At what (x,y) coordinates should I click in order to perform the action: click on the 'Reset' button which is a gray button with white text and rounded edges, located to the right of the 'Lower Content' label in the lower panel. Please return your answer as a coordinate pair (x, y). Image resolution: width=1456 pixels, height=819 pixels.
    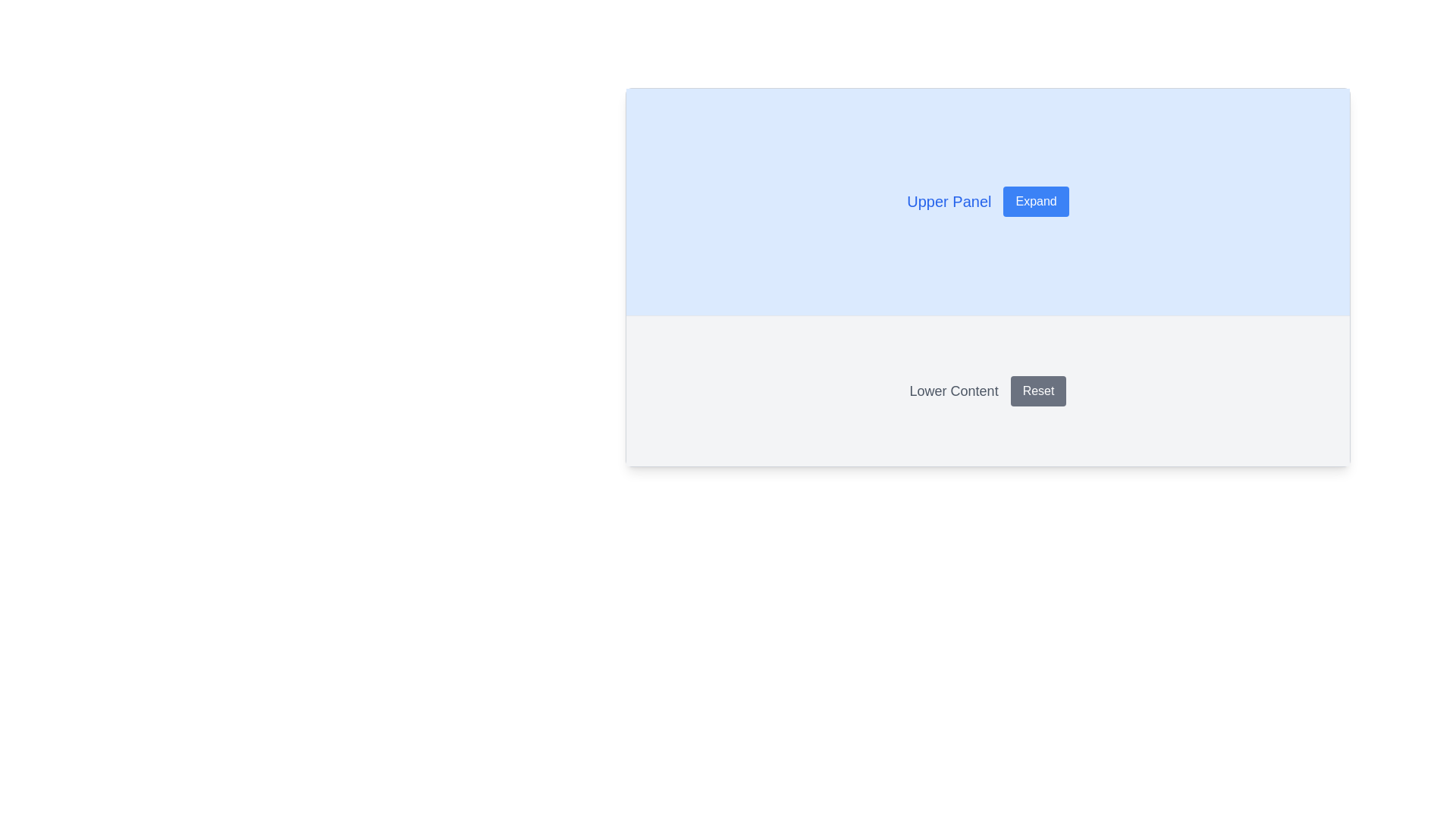
    Looking at the image, I should click on (1037, 390).